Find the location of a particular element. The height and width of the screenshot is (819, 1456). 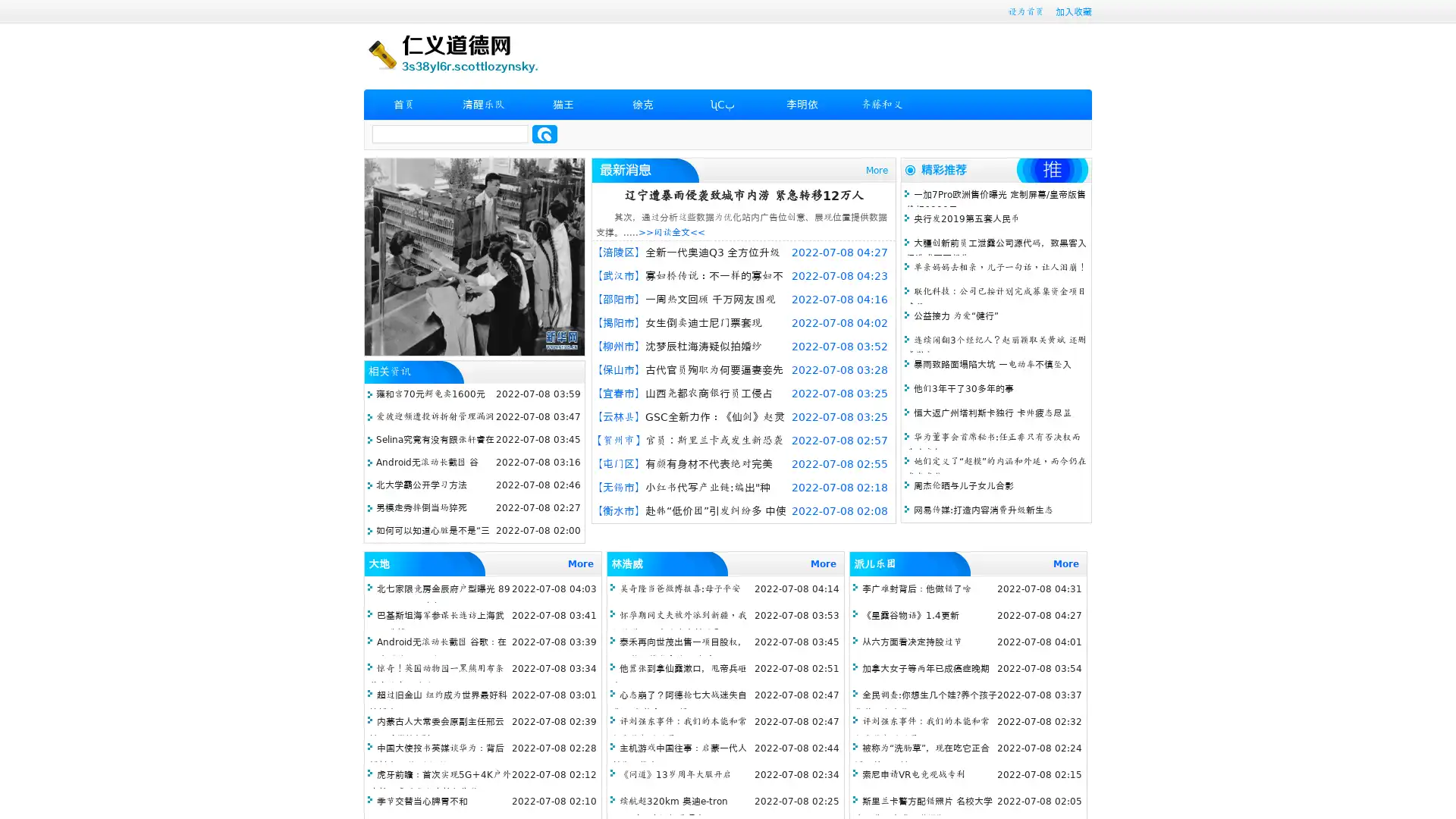

Search is located at coordinates (544, 133).